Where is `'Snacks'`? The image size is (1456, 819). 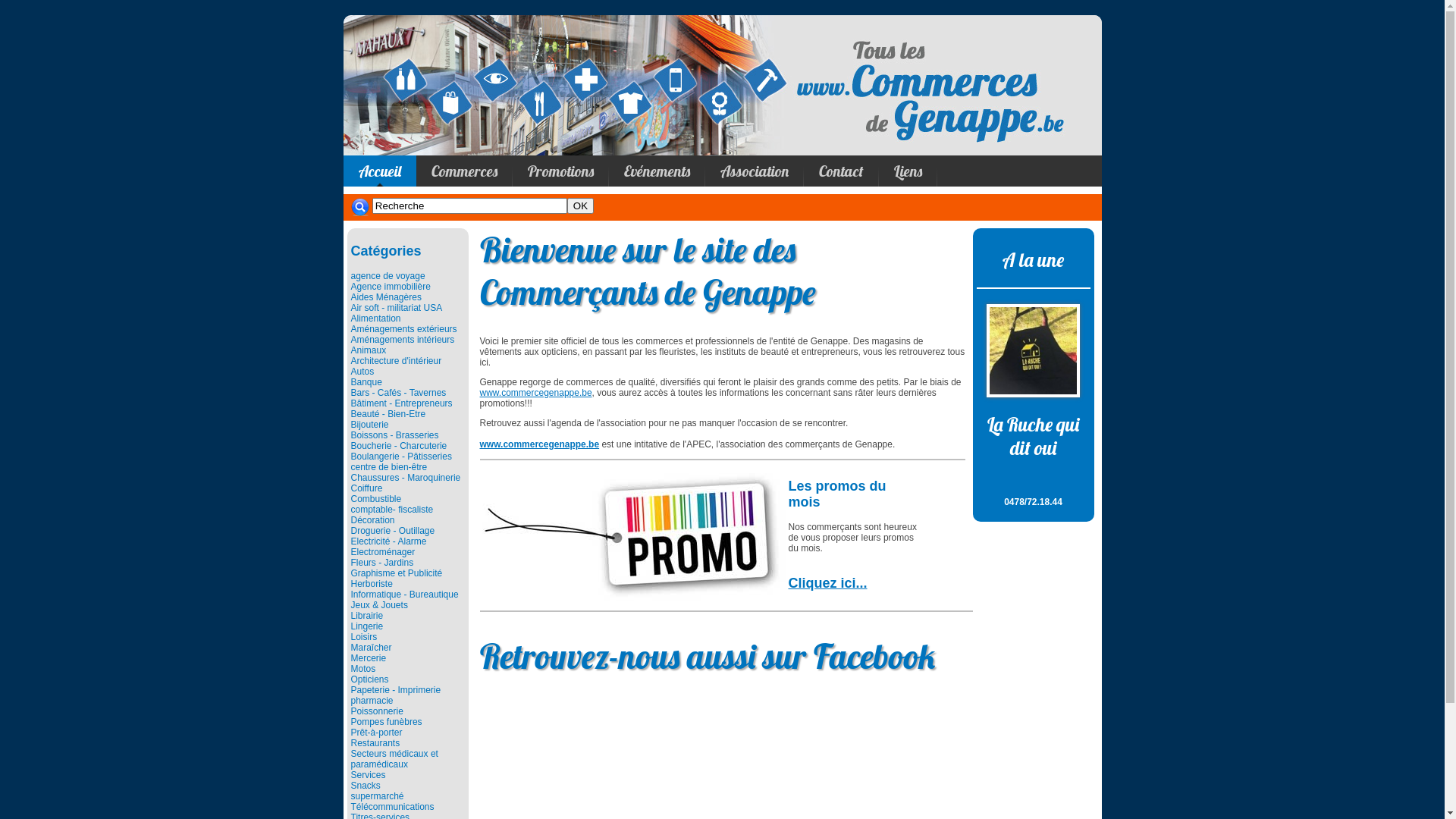
'Snacks' is located at coordinates (365, 785).